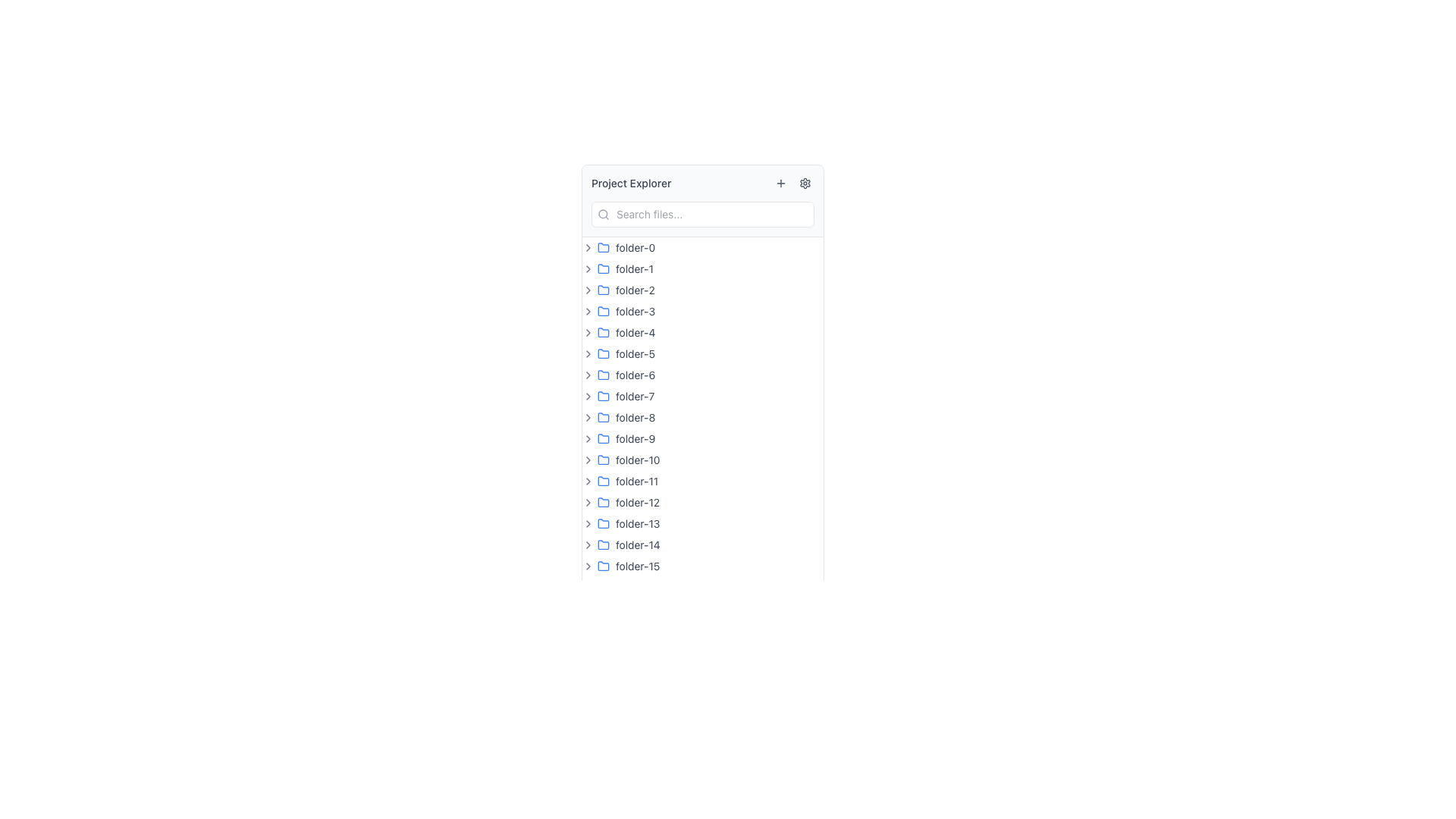 This screenshot has width=1456, height=819. Describe the element at coordinates (701, 247) in the screenshot. I see `the first collapsible folder entry in the Project Explorer` at that location.